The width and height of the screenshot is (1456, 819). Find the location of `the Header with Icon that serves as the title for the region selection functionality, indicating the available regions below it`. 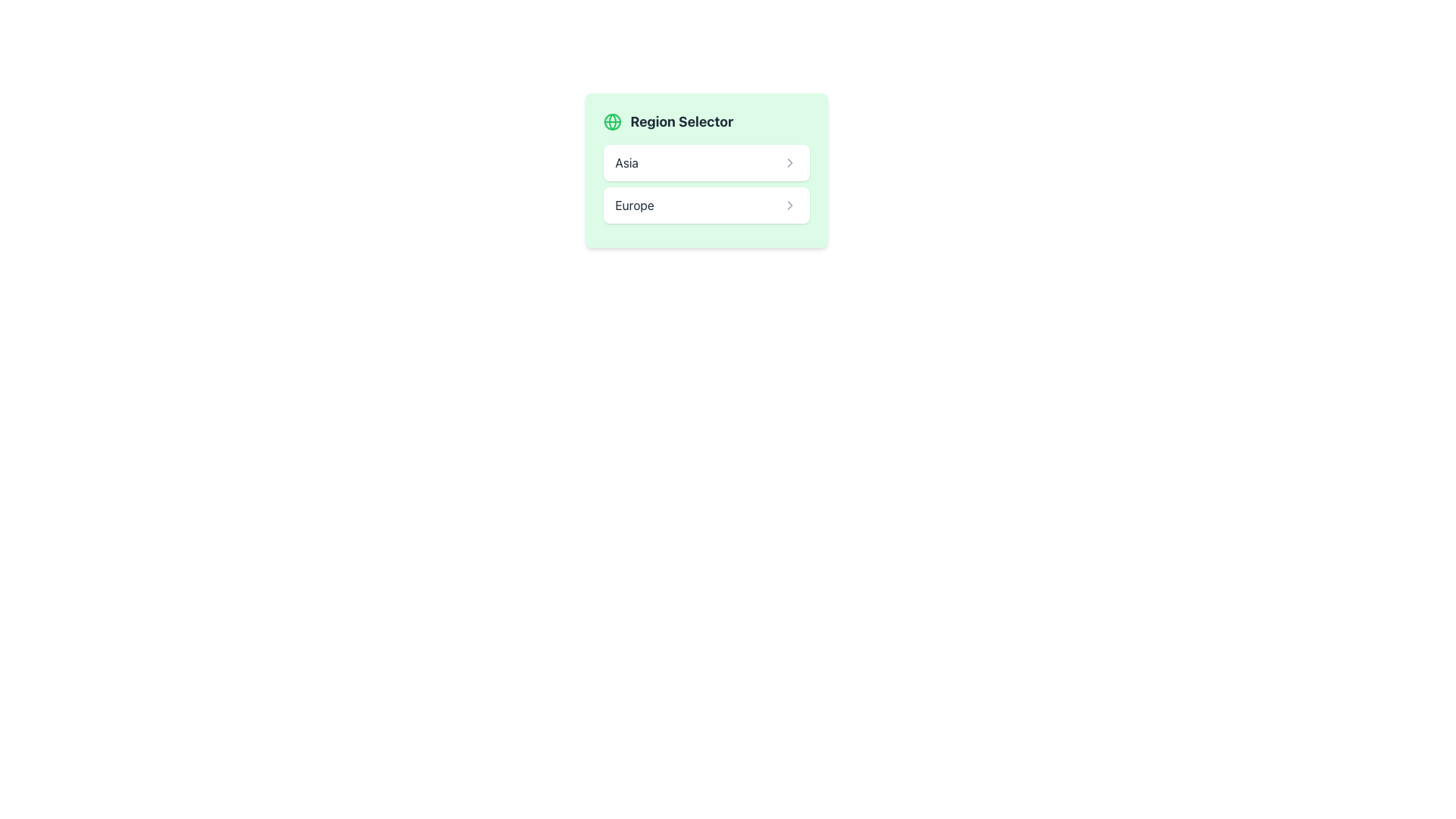

the Header with Icon that serves as the title for the region selection functionality, indicating the available regions below it is located at coordinates (705, 121).